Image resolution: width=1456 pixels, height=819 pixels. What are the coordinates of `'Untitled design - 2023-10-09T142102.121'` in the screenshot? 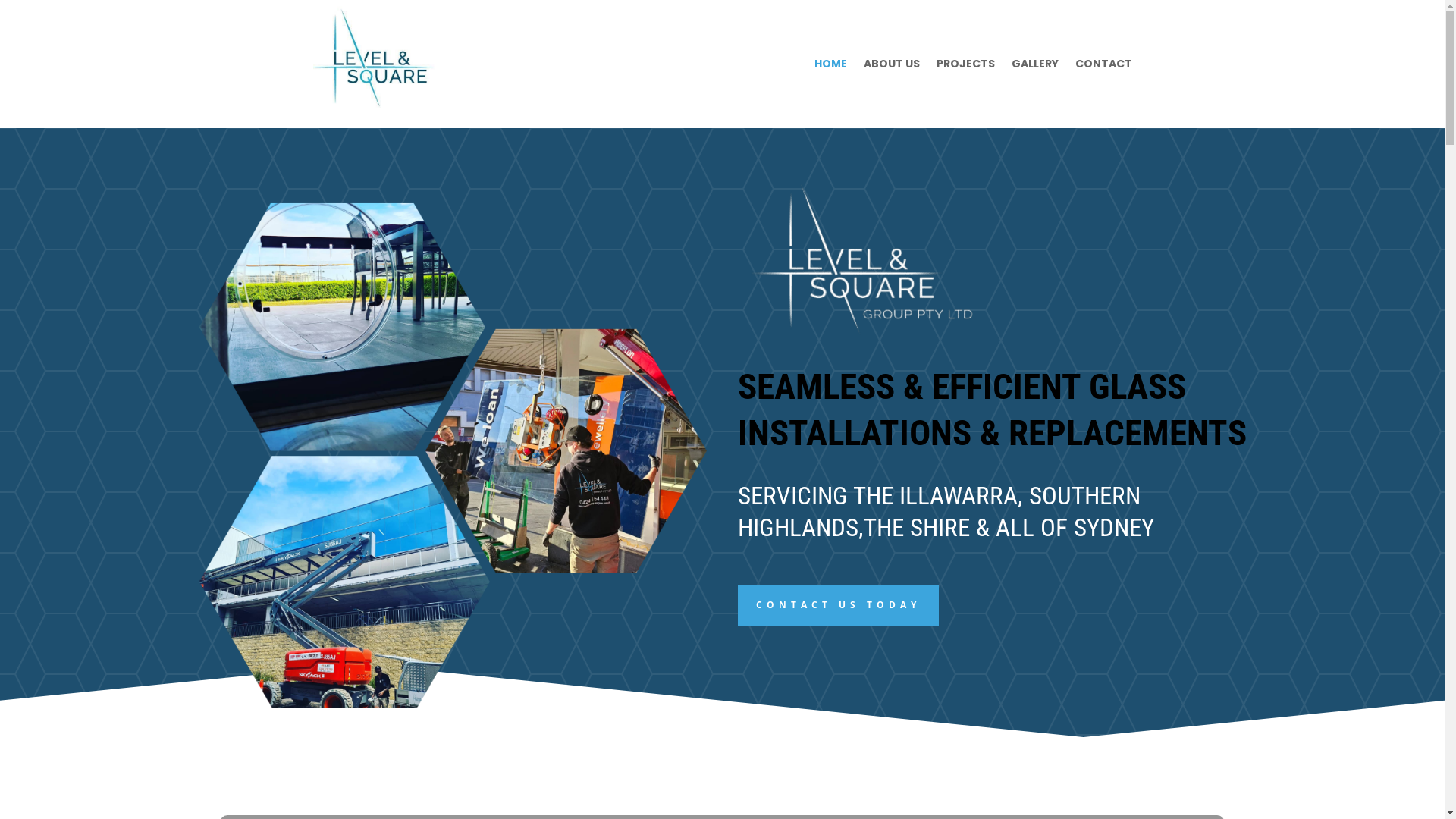 It's located at (889, 256).